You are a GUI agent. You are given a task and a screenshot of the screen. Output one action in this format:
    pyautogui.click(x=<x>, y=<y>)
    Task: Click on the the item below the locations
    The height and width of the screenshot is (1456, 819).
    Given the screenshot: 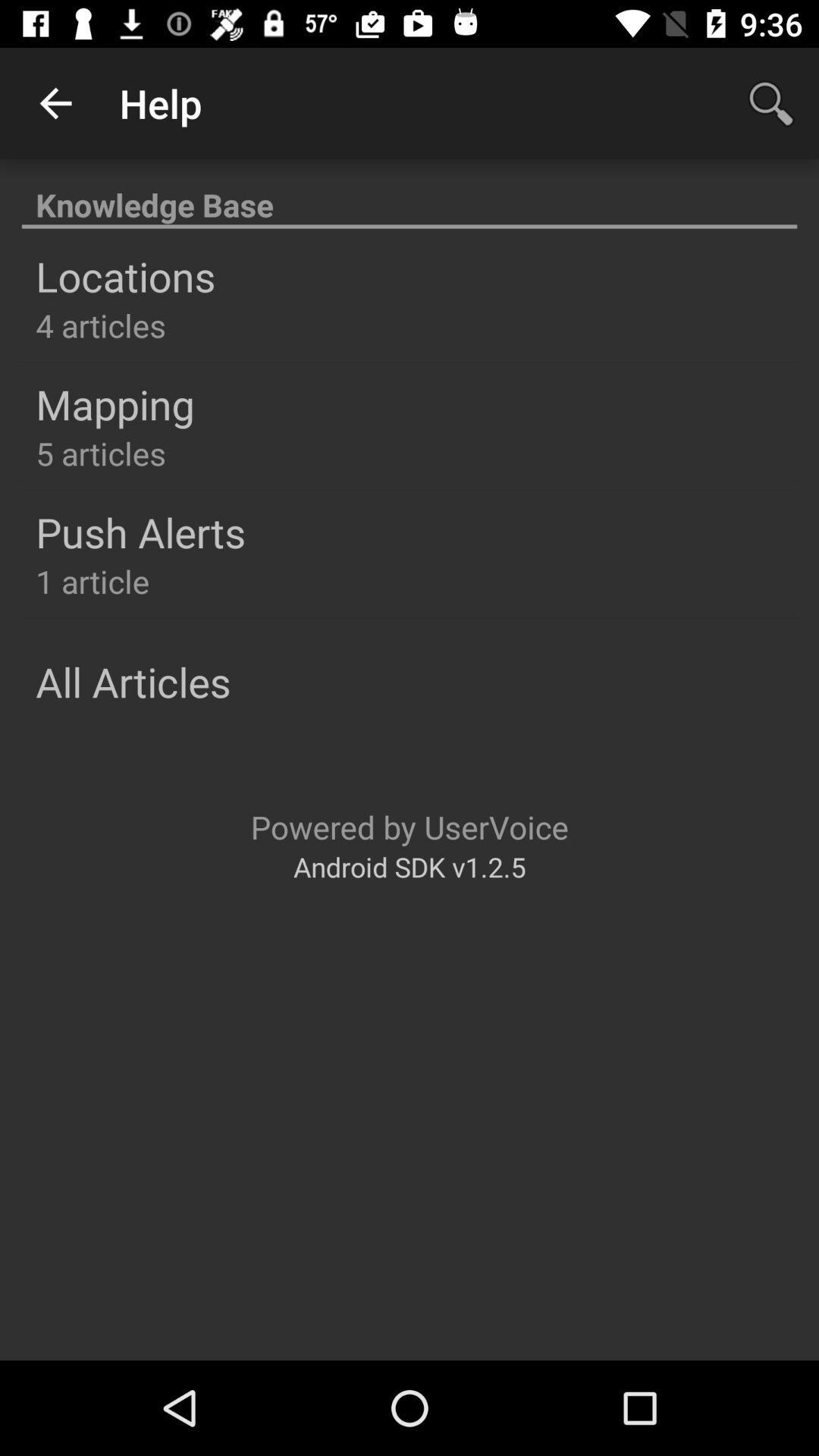 What is the action you would take?
    pyautogui.click(x=101, y=324)
    